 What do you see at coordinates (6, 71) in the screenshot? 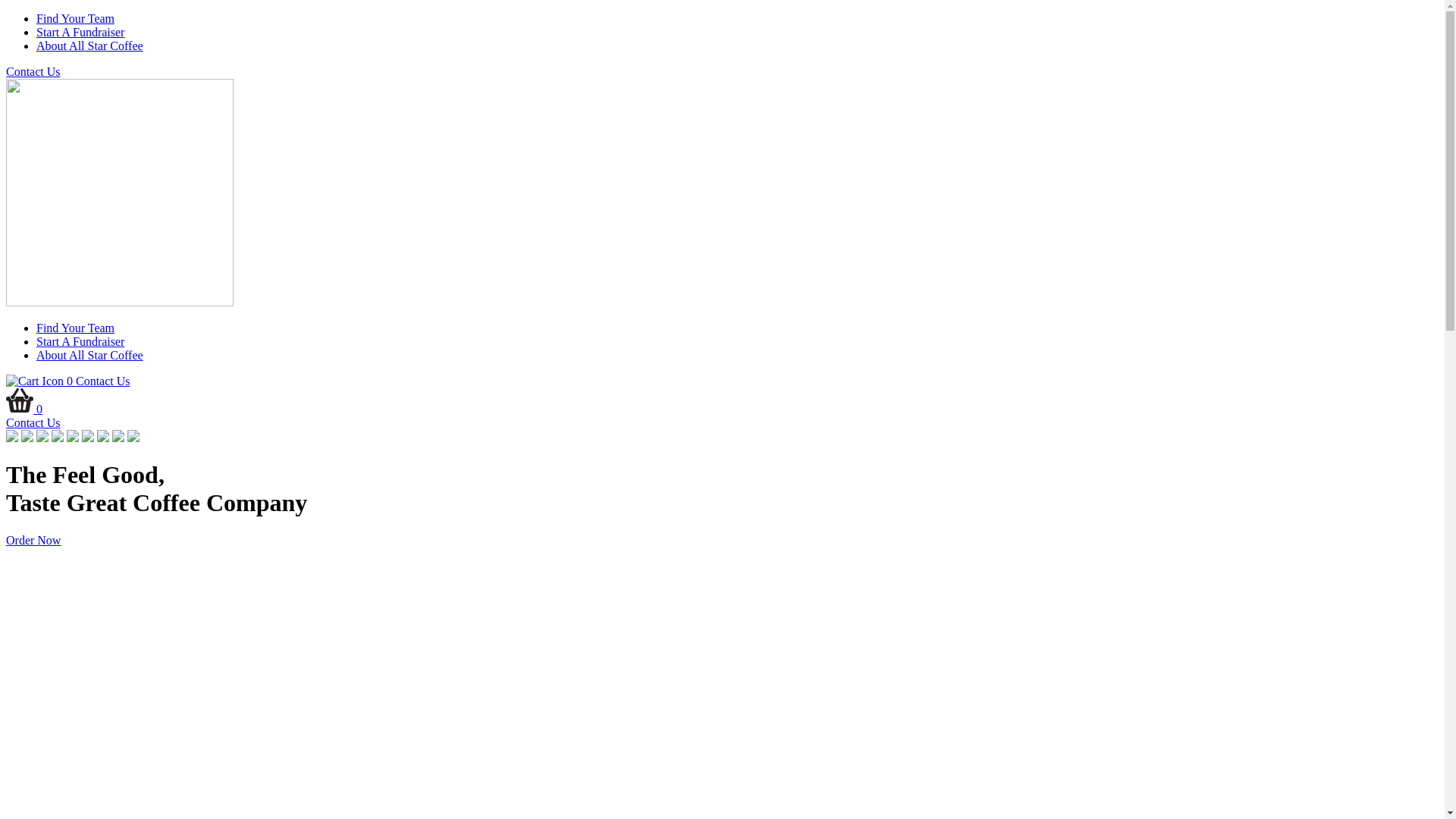
I see `'Contact Us'` at bounding box center [6, 71].